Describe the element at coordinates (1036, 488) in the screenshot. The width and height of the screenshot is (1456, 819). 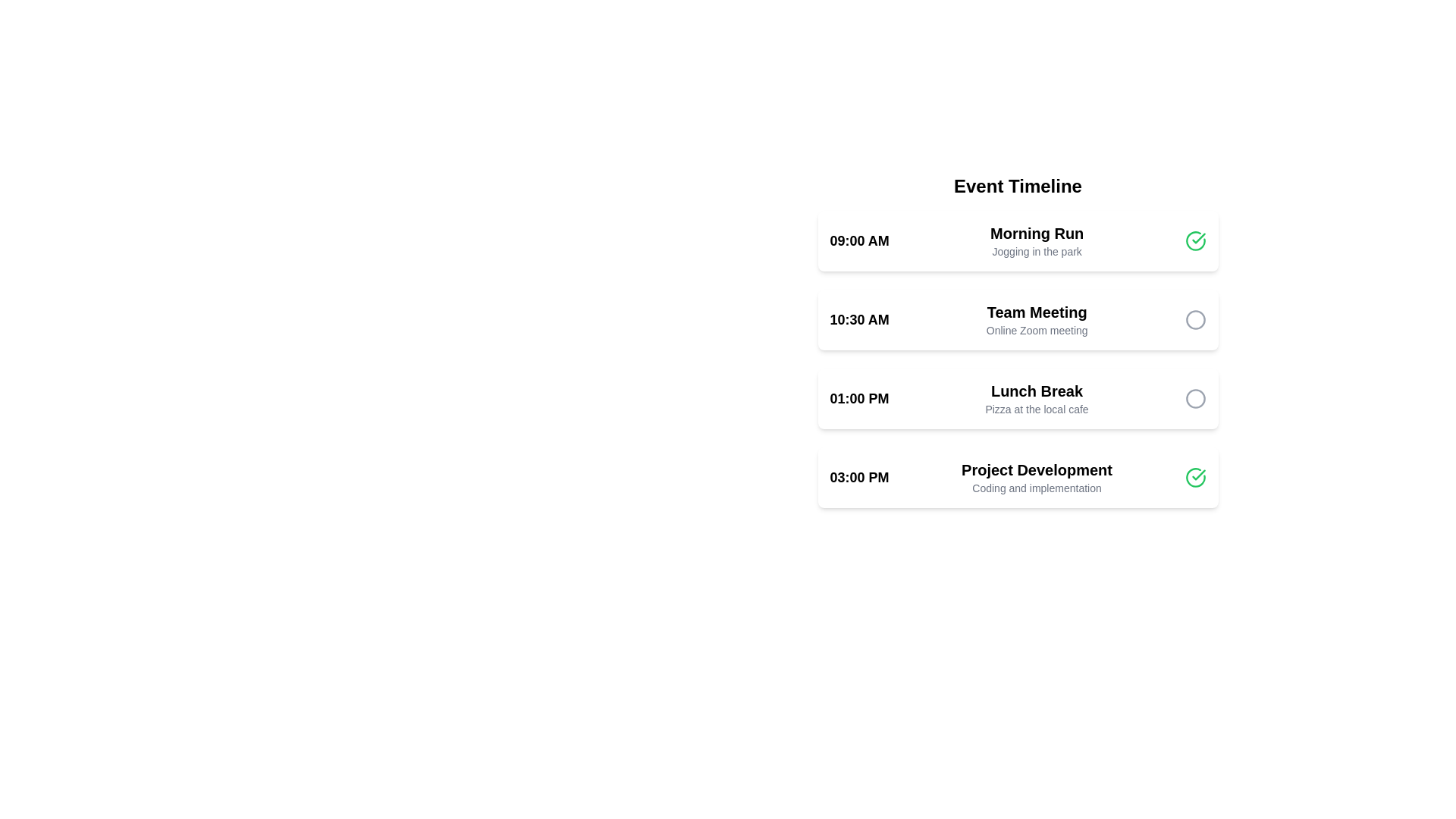
I see `information displayed in the text label that shows 'Coding and implementation' located below the 'Project Development' header in the 03:00 PM time slot section of the event timeline interface` at that location.